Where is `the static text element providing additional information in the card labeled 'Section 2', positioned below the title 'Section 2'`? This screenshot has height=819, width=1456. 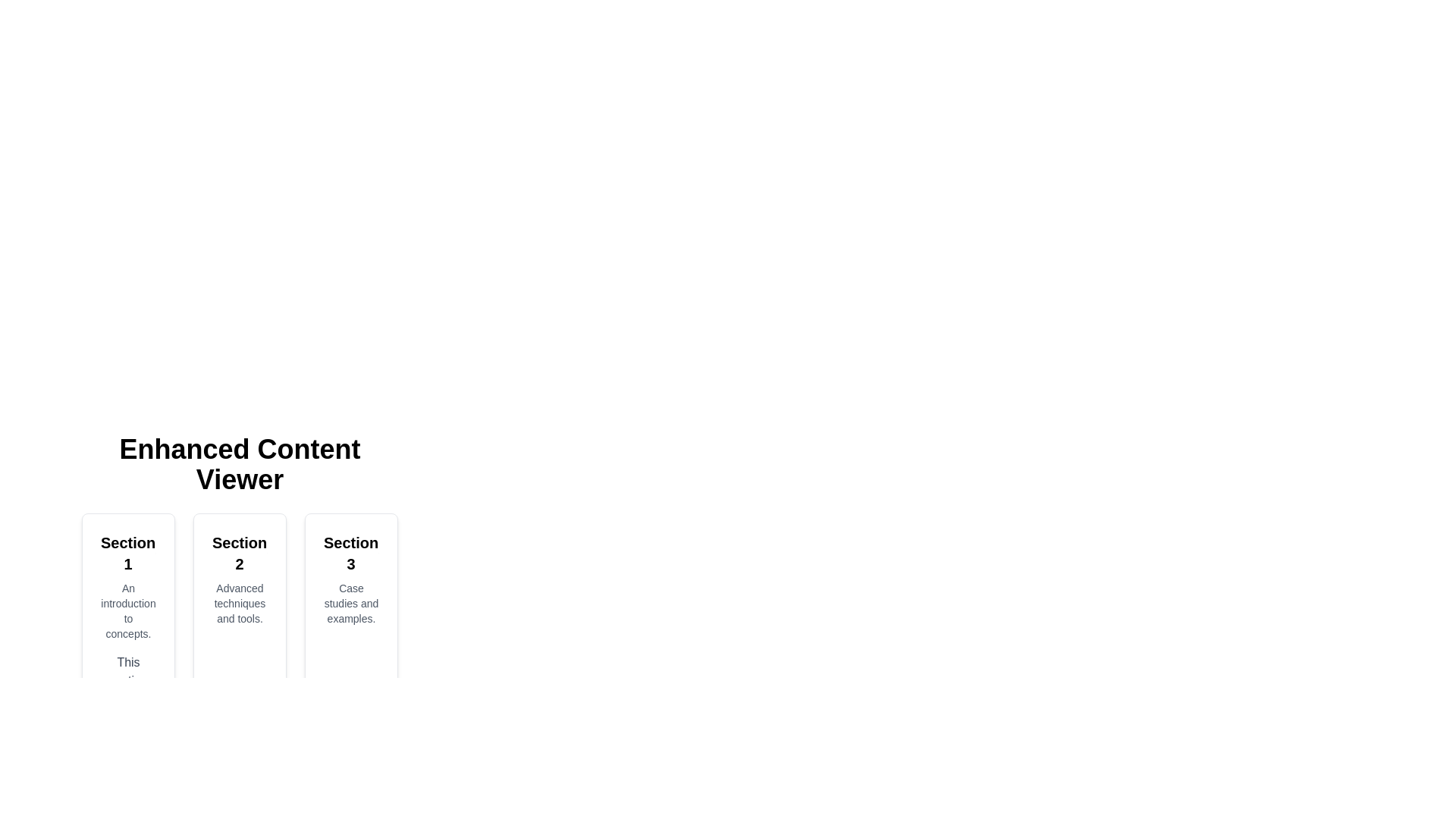
the static text element providing additional information in the card labeled 'Section 2', positioned below the title 'Section 2' is located at coordinates (239, 602).